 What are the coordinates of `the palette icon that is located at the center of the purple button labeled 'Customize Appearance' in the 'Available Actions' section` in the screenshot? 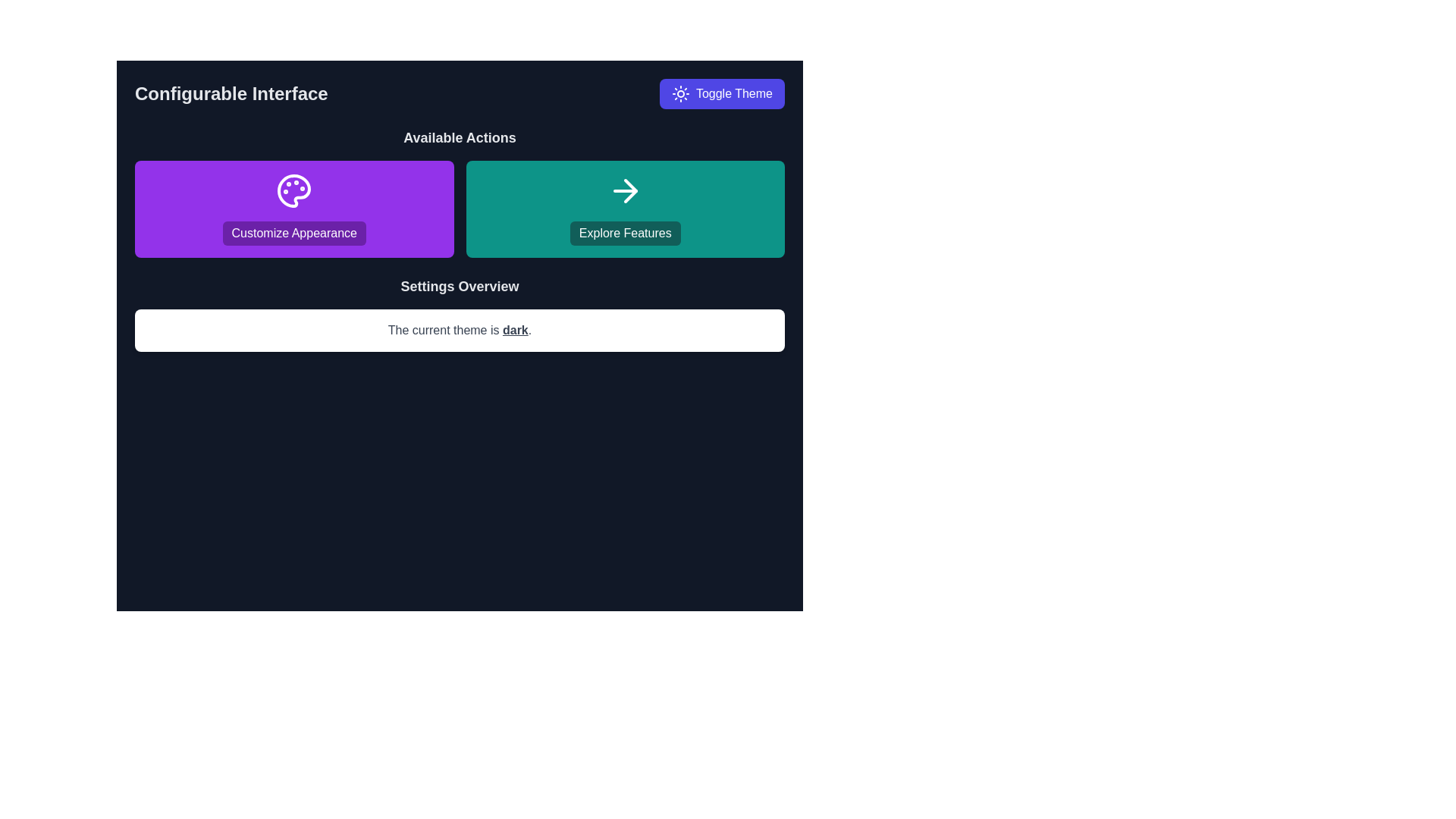 It's located at (294, 190).